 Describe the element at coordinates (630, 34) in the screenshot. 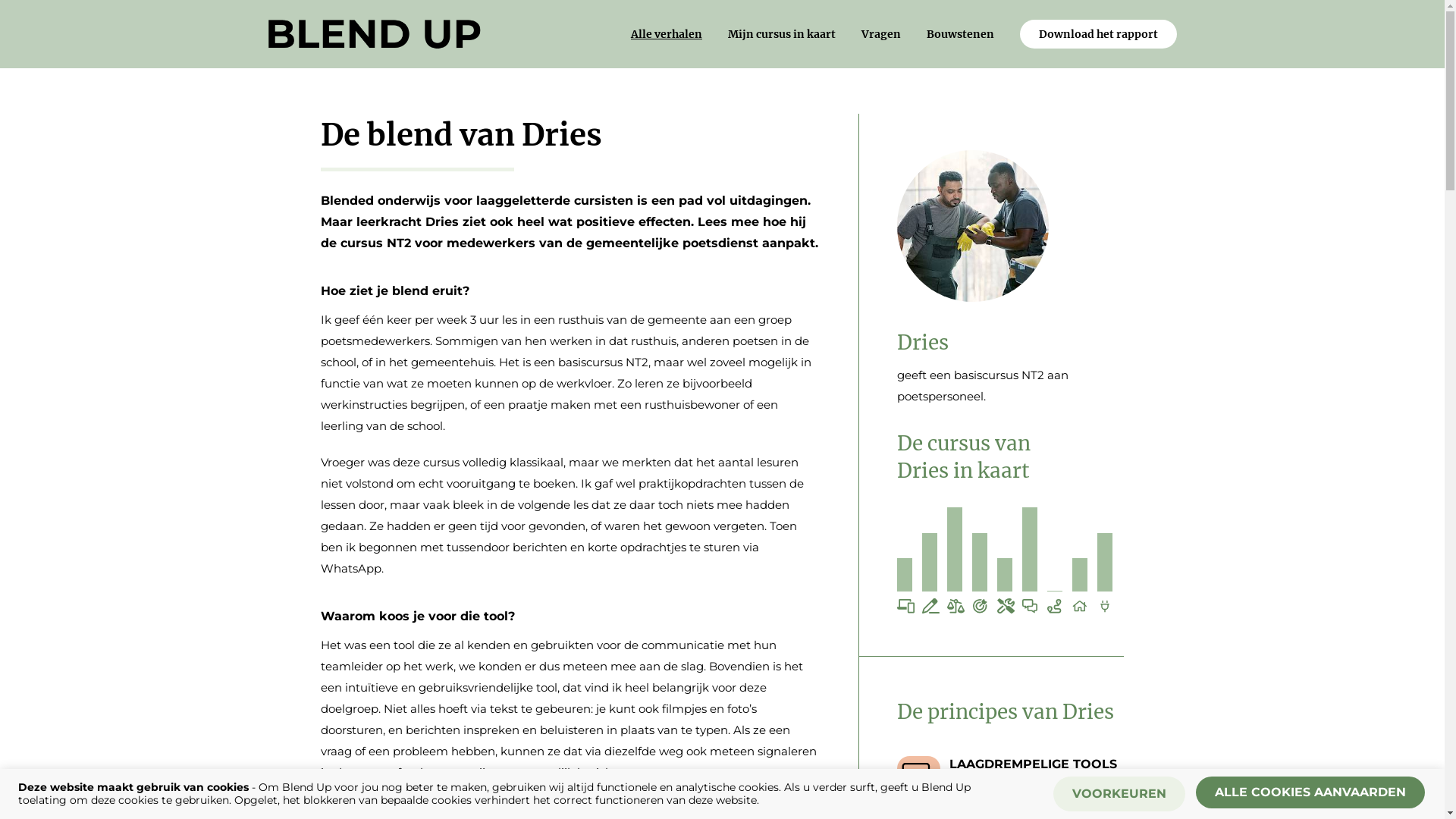

I see `'Alle verhalen'` at that location.